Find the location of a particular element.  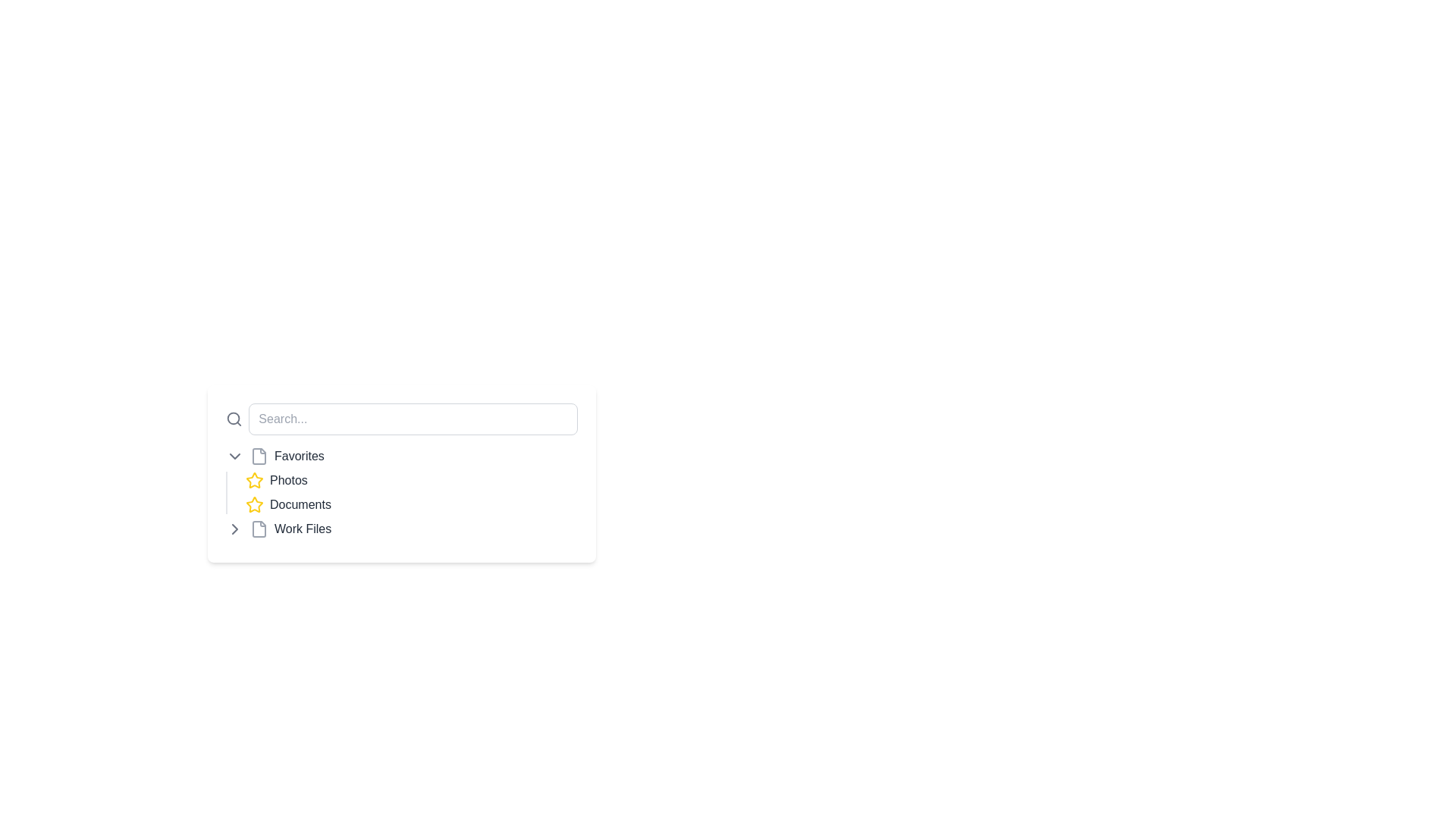

the 'Favorites' list item is located at coordinates (401, 455).